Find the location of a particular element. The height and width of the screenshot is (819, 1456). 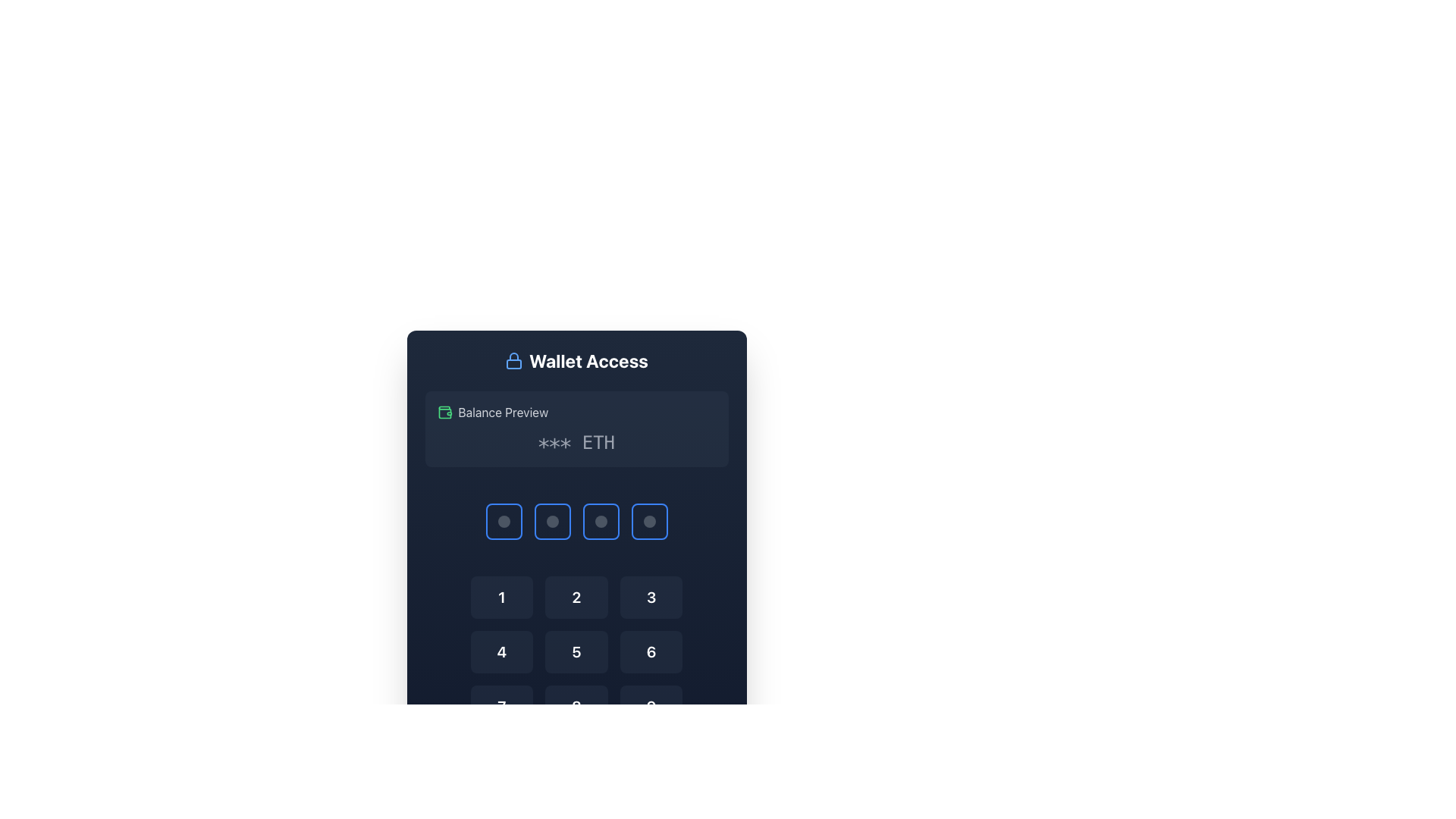

the rectangular button with a dark background labeled '4' to input the number '4' is located at coordinates (501, 651).